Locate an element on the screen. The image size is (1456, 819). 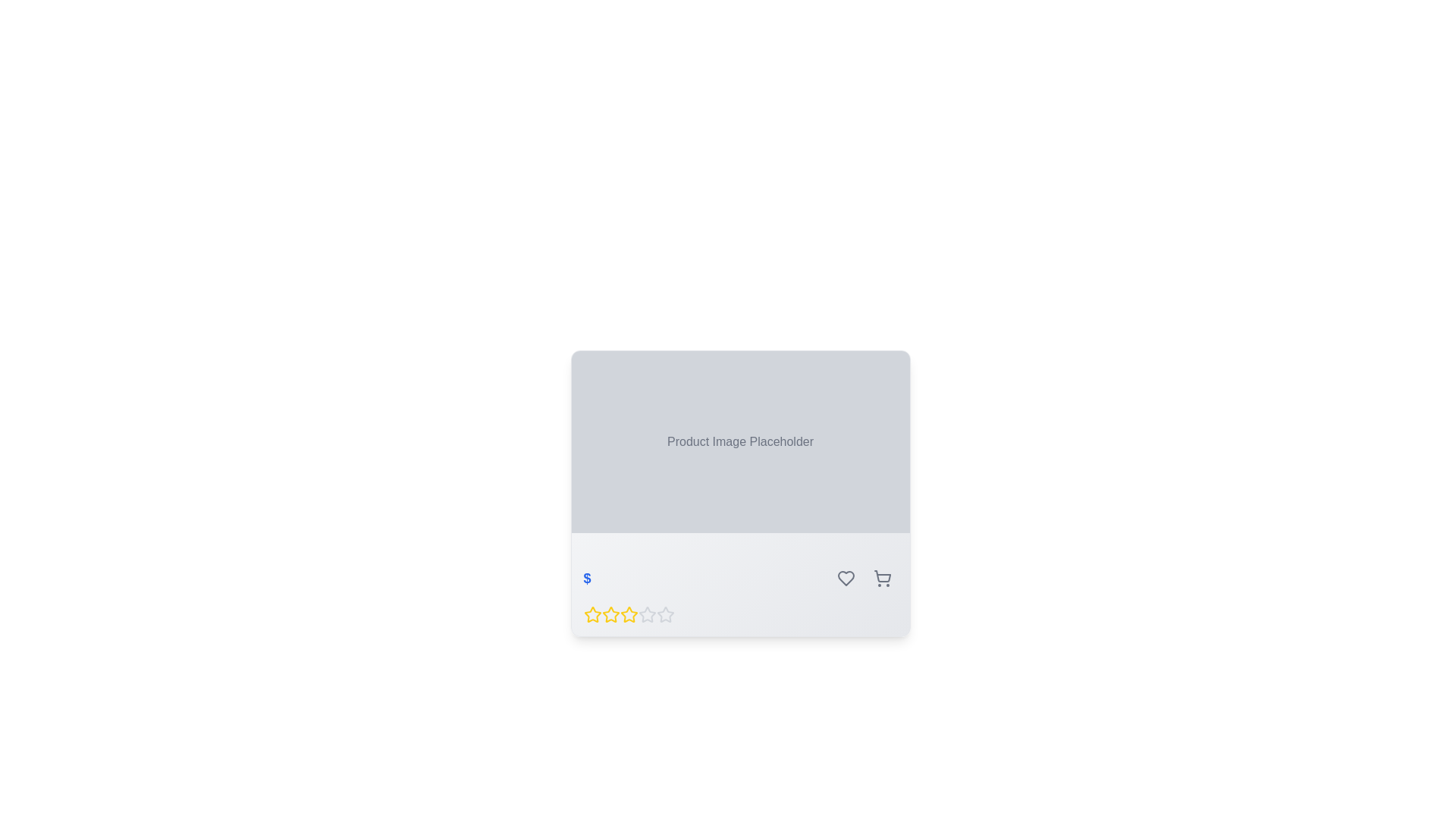
the fourth star is located at coordinates (647, 614).